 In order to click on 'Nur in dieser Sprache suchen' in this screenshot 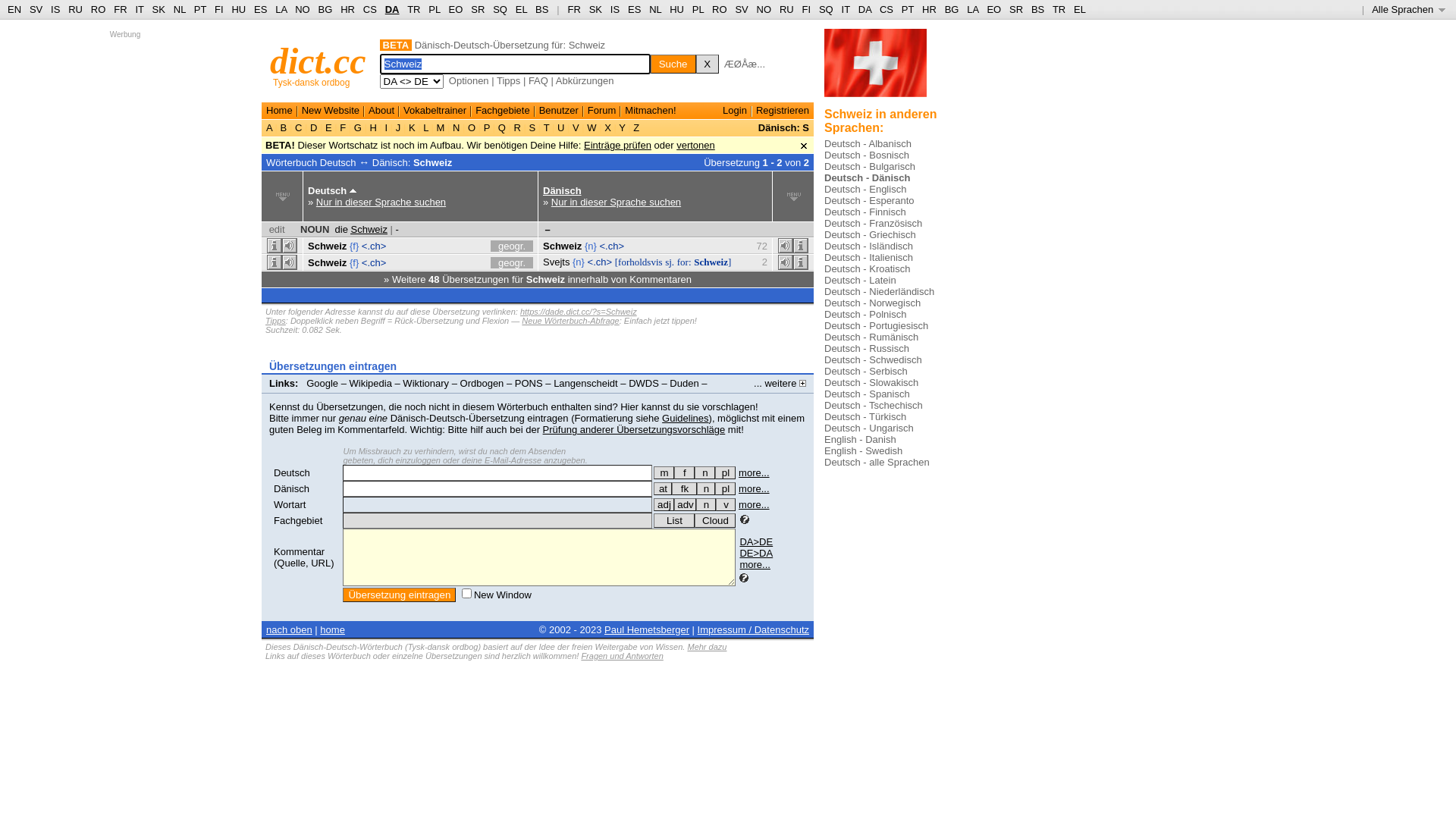, I will do `click(315, 201)`.